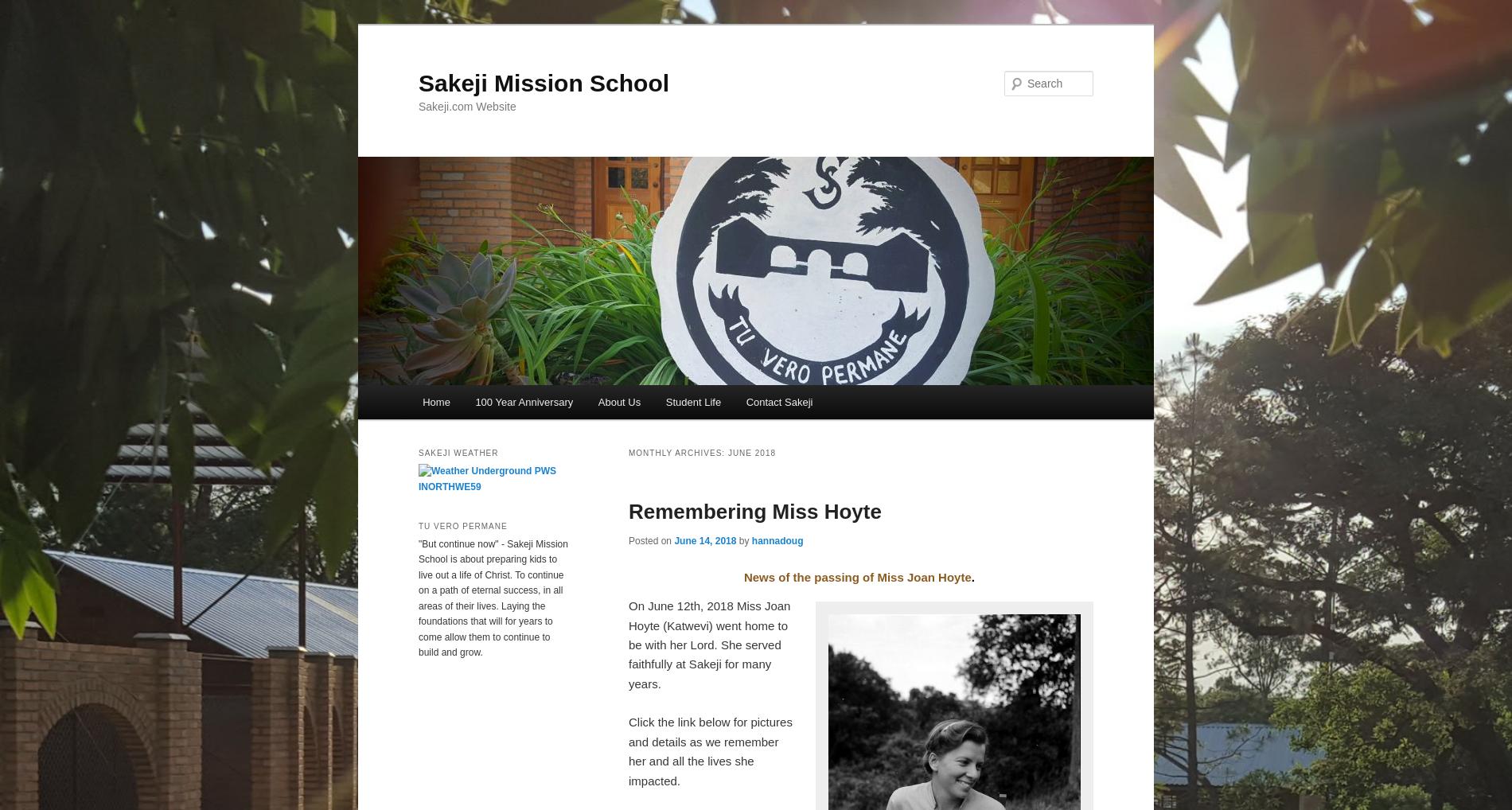 The width and height of the screenshot is (1512, 810). Describe the element at coordinates (750, 541) in the screenshot. I see `'hannadoug'` at that location.